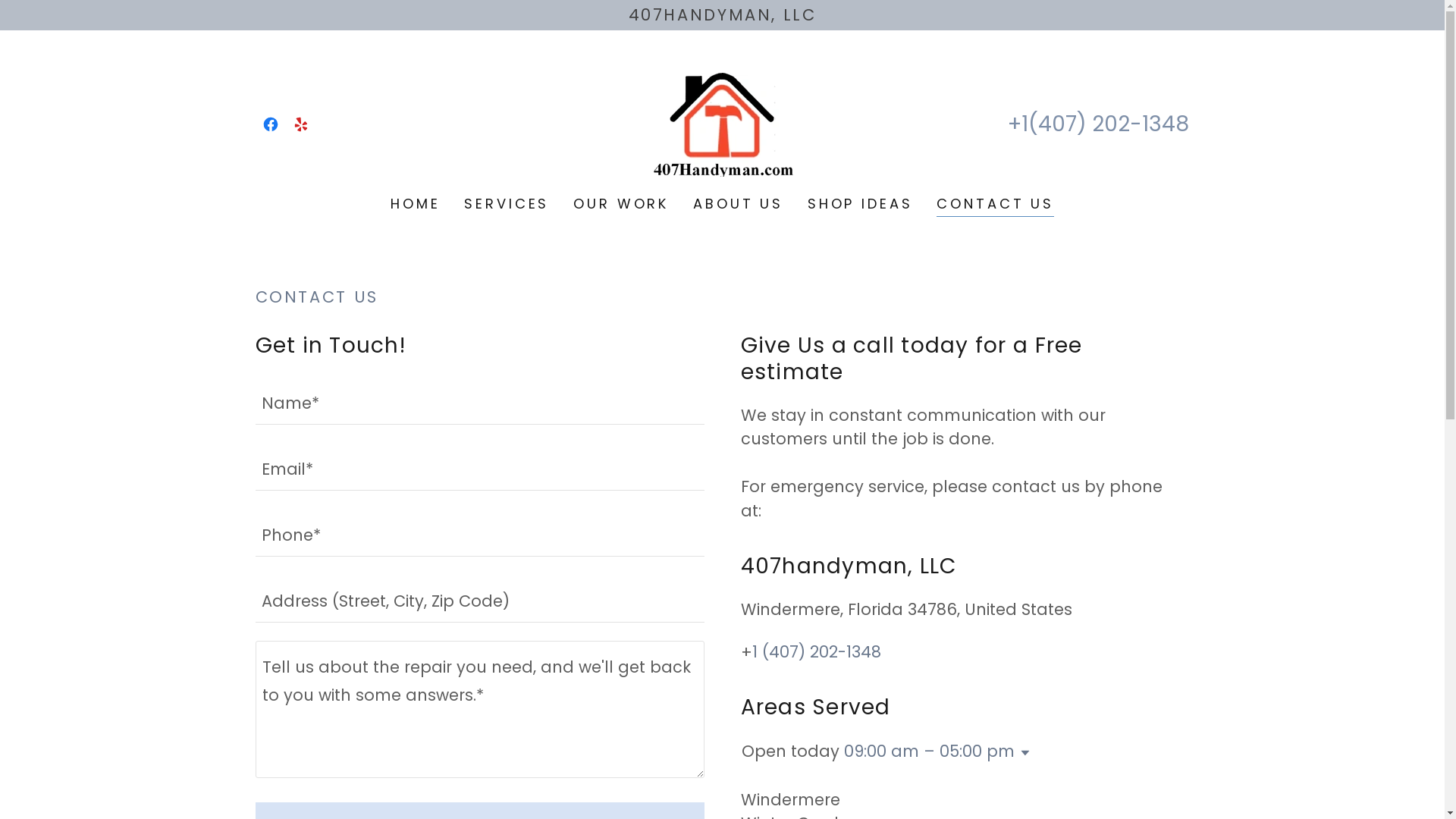  I want to click on 'SERVICES', so click(458, 202).